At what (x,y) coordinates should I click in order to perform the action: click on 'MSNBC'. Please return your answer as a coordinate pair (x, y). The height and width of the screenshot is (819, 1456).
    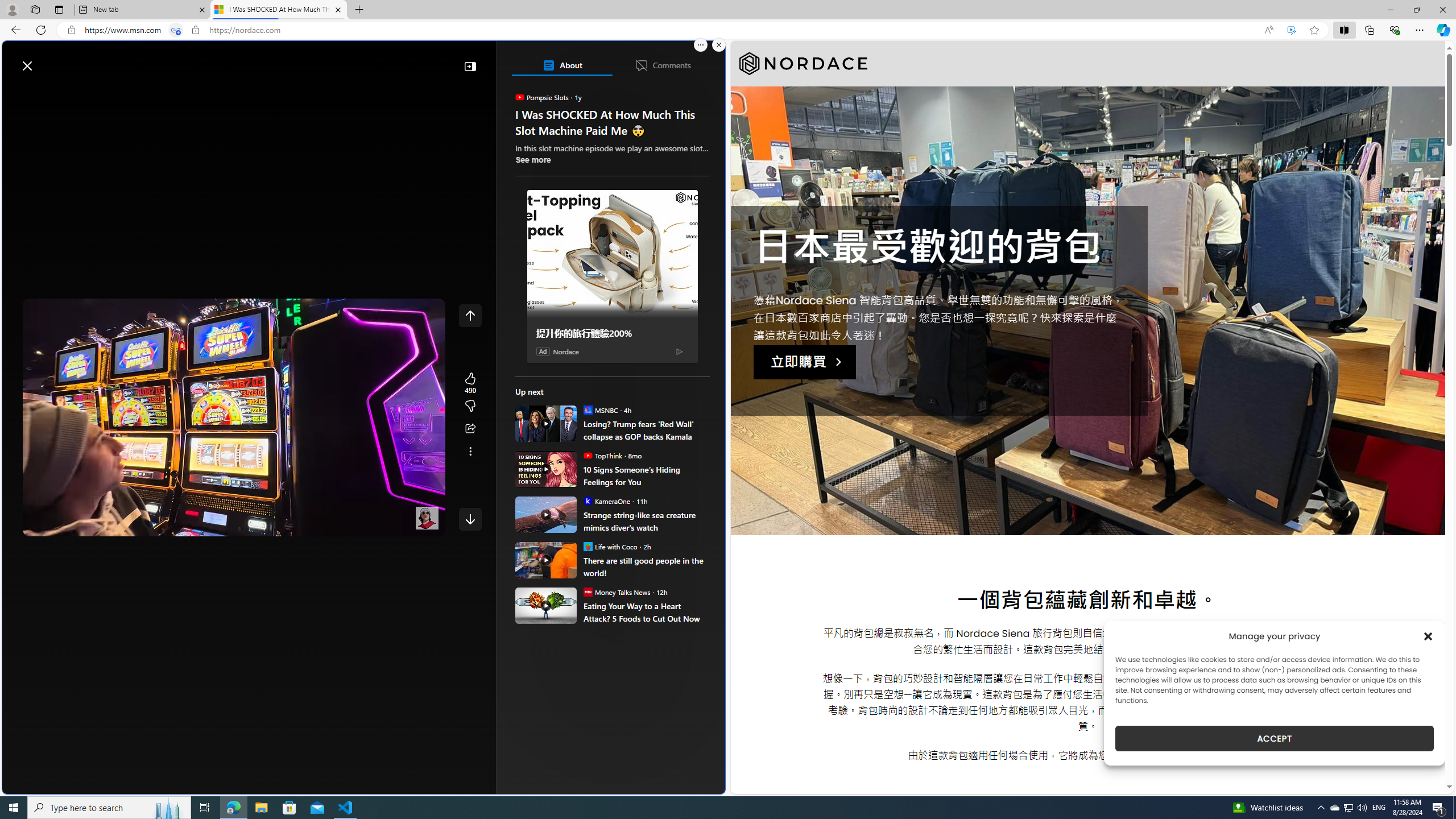
    Looking at the image, I should click on (586, 409).